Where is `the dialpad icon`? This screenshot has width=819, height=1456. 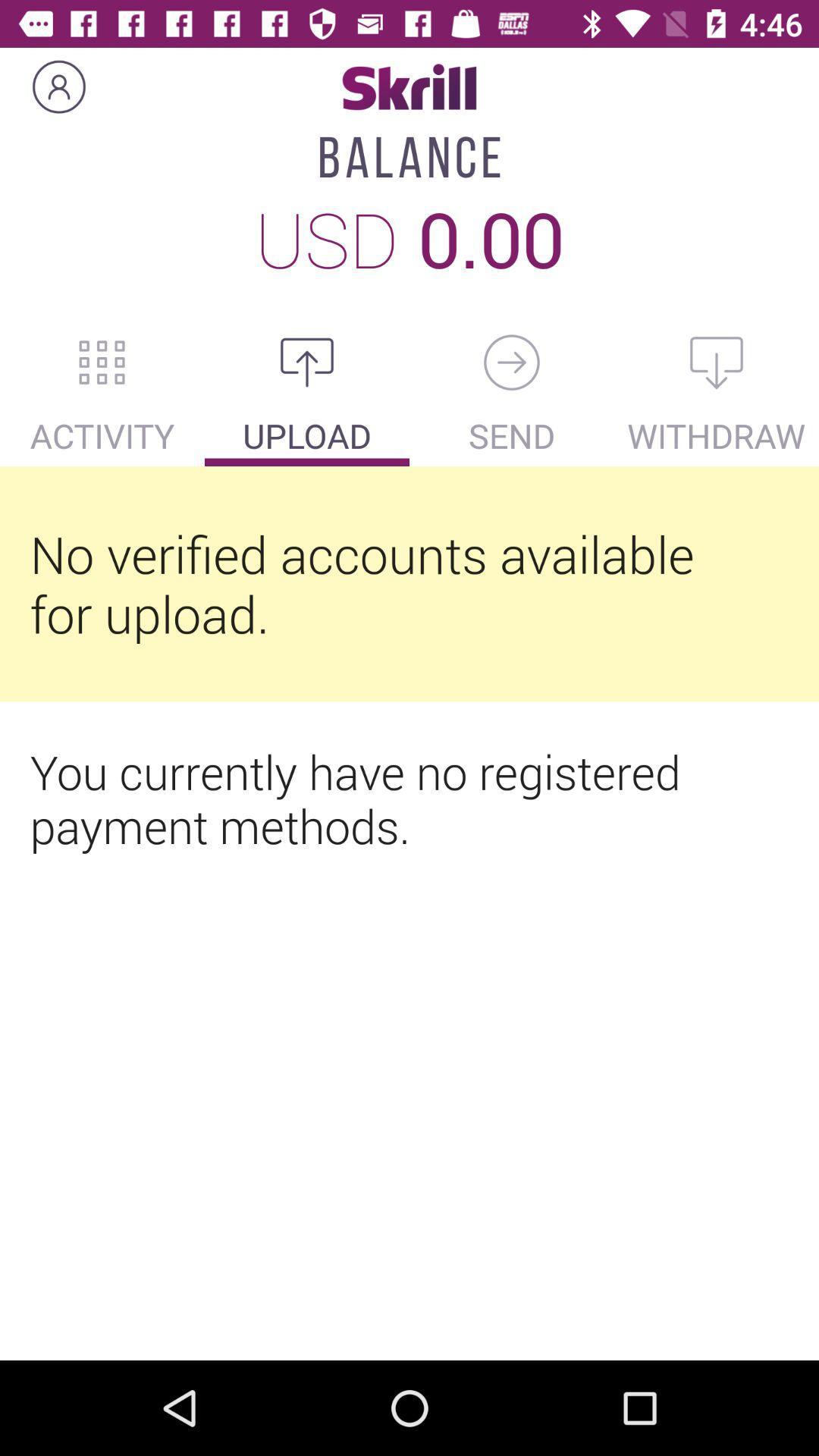 the dialpad icon is located at coordinates (102, 362).